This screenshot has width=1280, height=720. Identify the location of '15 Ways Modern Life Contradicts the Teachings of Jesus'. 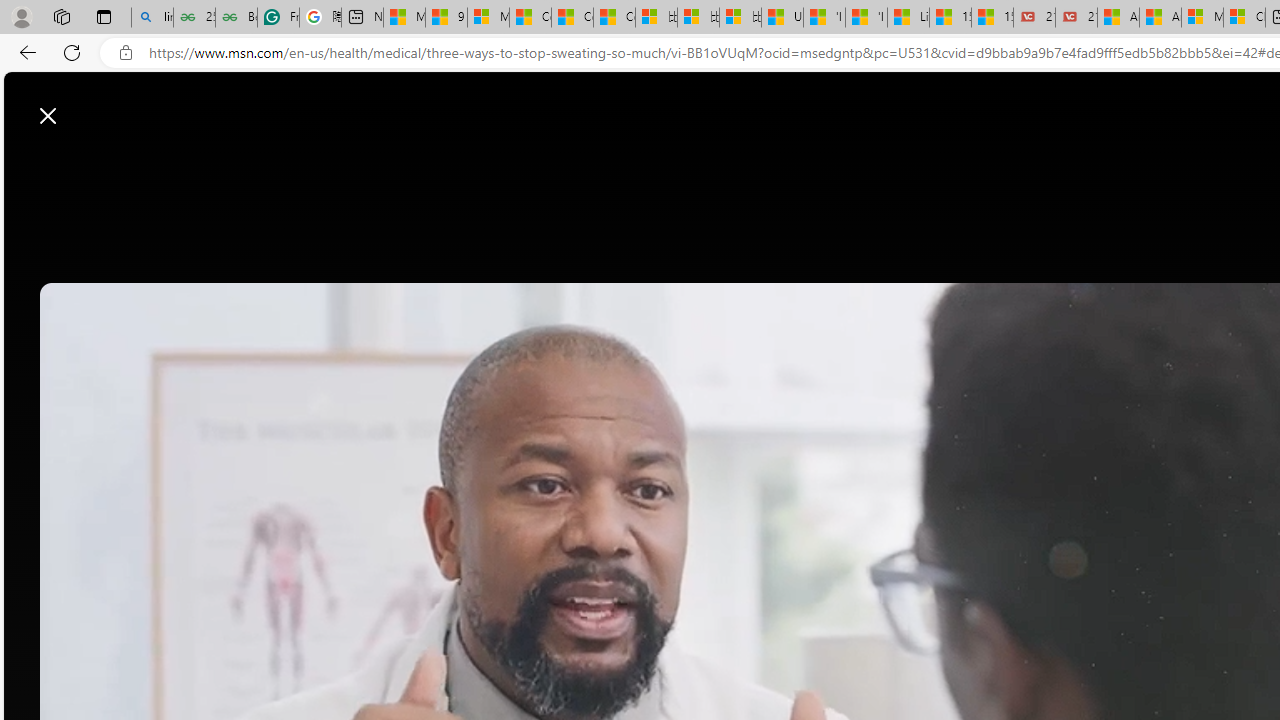
(992, 17).